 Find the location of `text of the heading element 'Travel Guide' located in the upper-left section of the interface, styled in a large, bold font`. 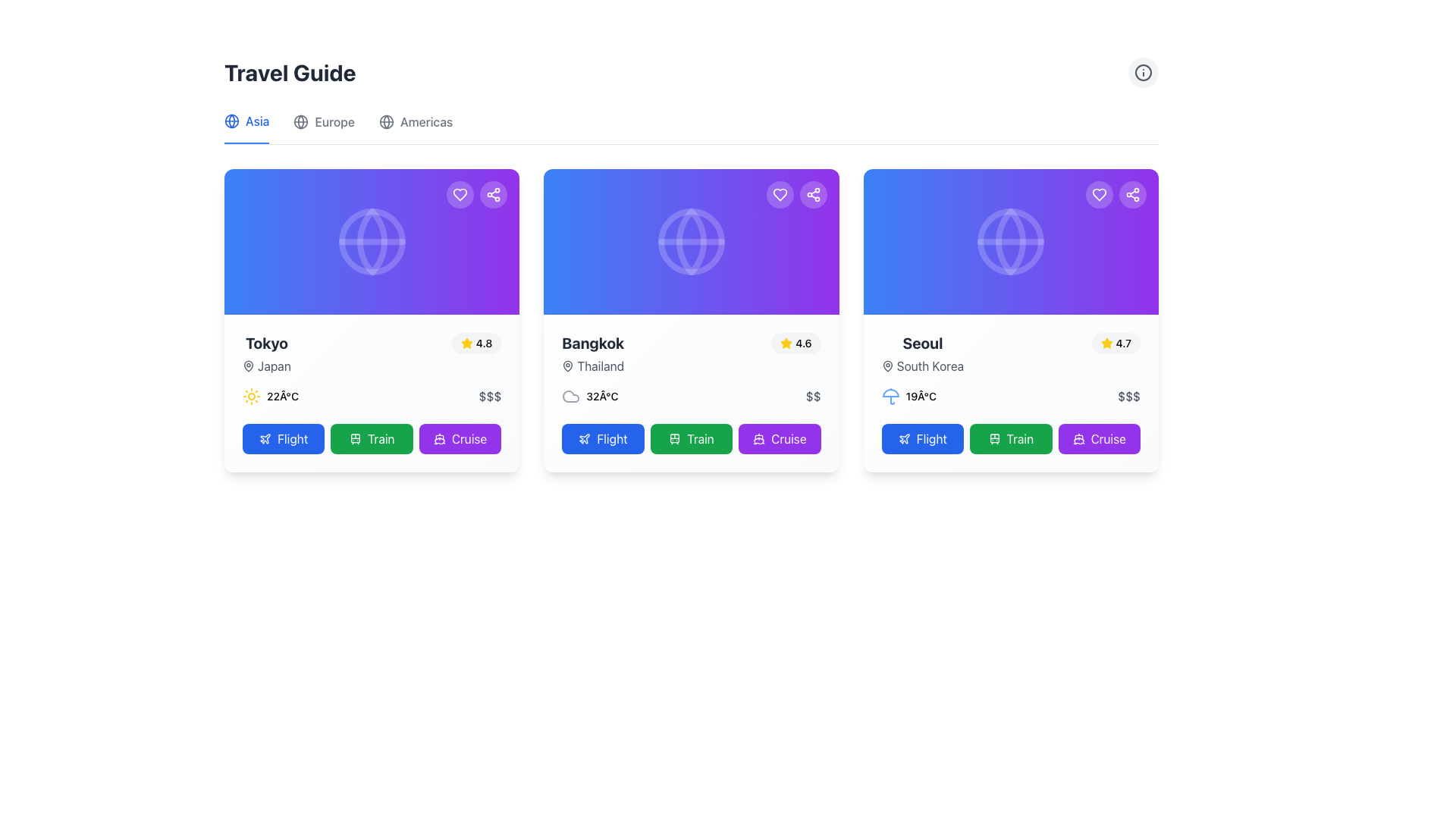

text of the heading element 'Travel Guide' located in the upper-left section of the interface, styled in a large, bold font is located at coordinates (290, 73).